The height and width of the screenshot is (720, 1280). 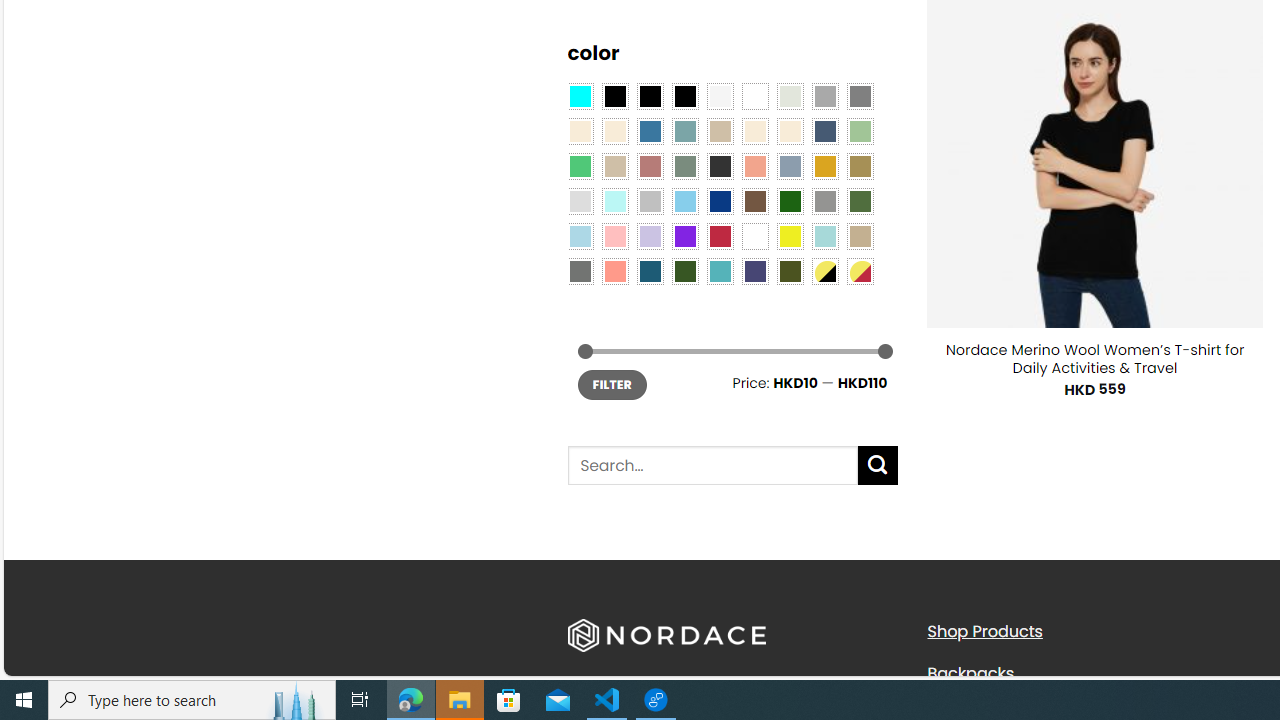 What do you see at coordinates (720, 95) in the screenshot?
I see `'Pearly White'` at bounding box center [720, 95].